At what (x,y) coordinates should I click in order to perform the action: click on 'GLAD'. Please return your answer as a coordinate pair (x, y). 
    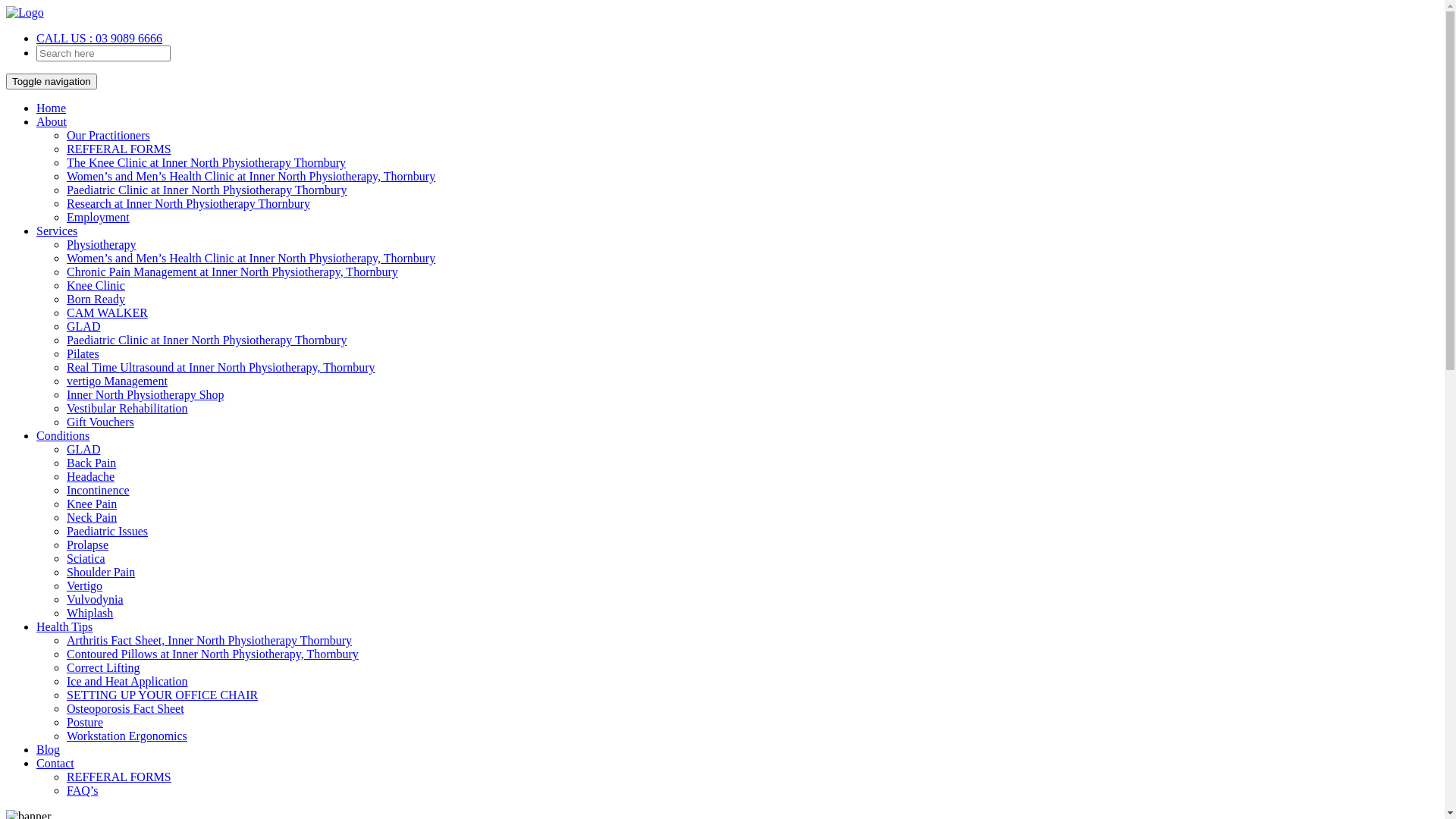
    Looking at the image, I should click on (83, 448).